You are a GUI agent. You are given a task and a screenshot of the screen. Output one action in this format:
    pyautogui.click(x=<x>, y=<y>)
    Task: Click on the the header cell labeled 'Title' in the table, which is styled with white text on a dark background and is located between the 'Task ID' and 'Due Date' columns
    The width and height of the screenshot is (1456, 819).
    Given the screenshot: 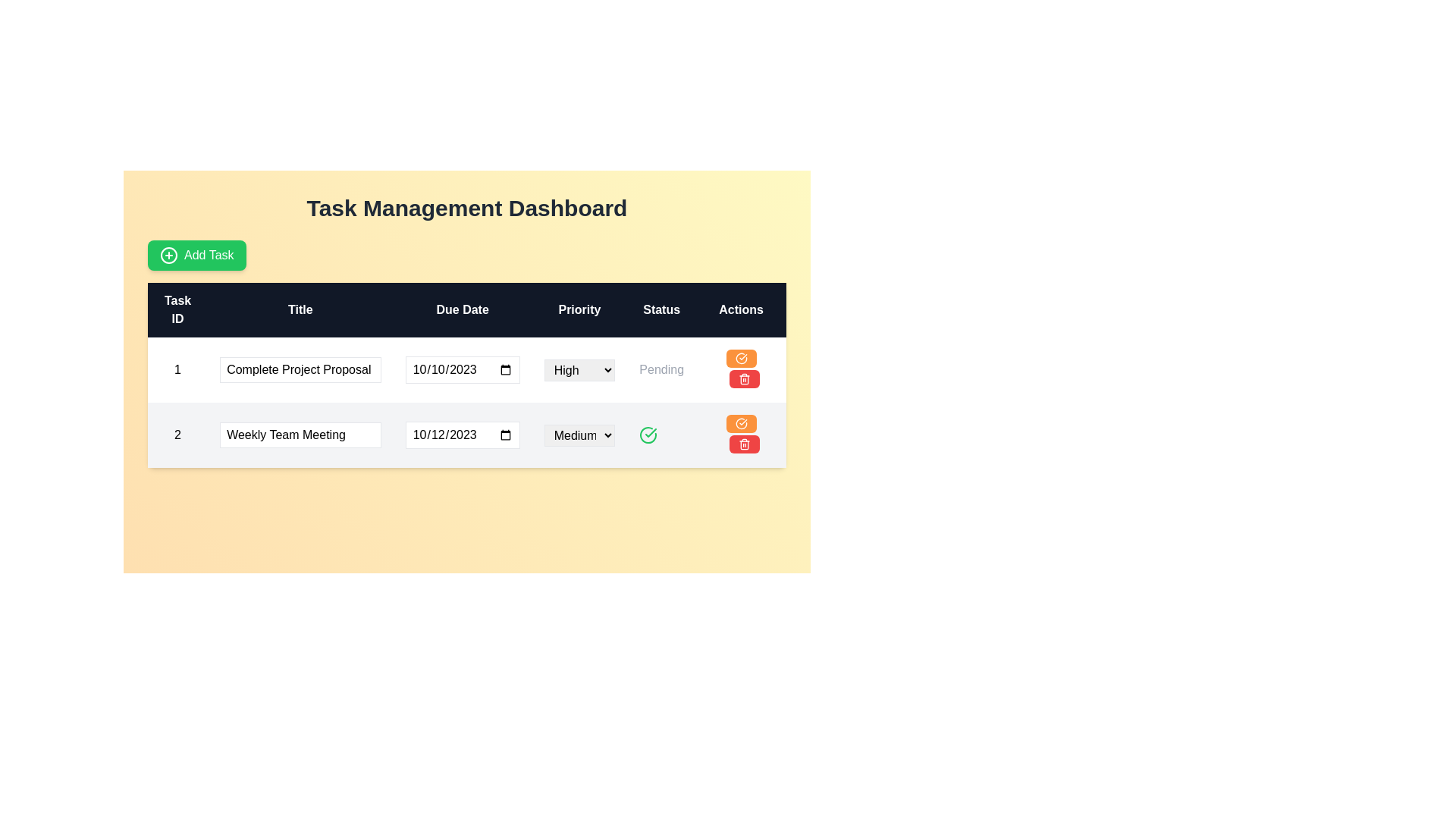 What is the action you would take?
    pyautogui.click(x=300, y=309)
    